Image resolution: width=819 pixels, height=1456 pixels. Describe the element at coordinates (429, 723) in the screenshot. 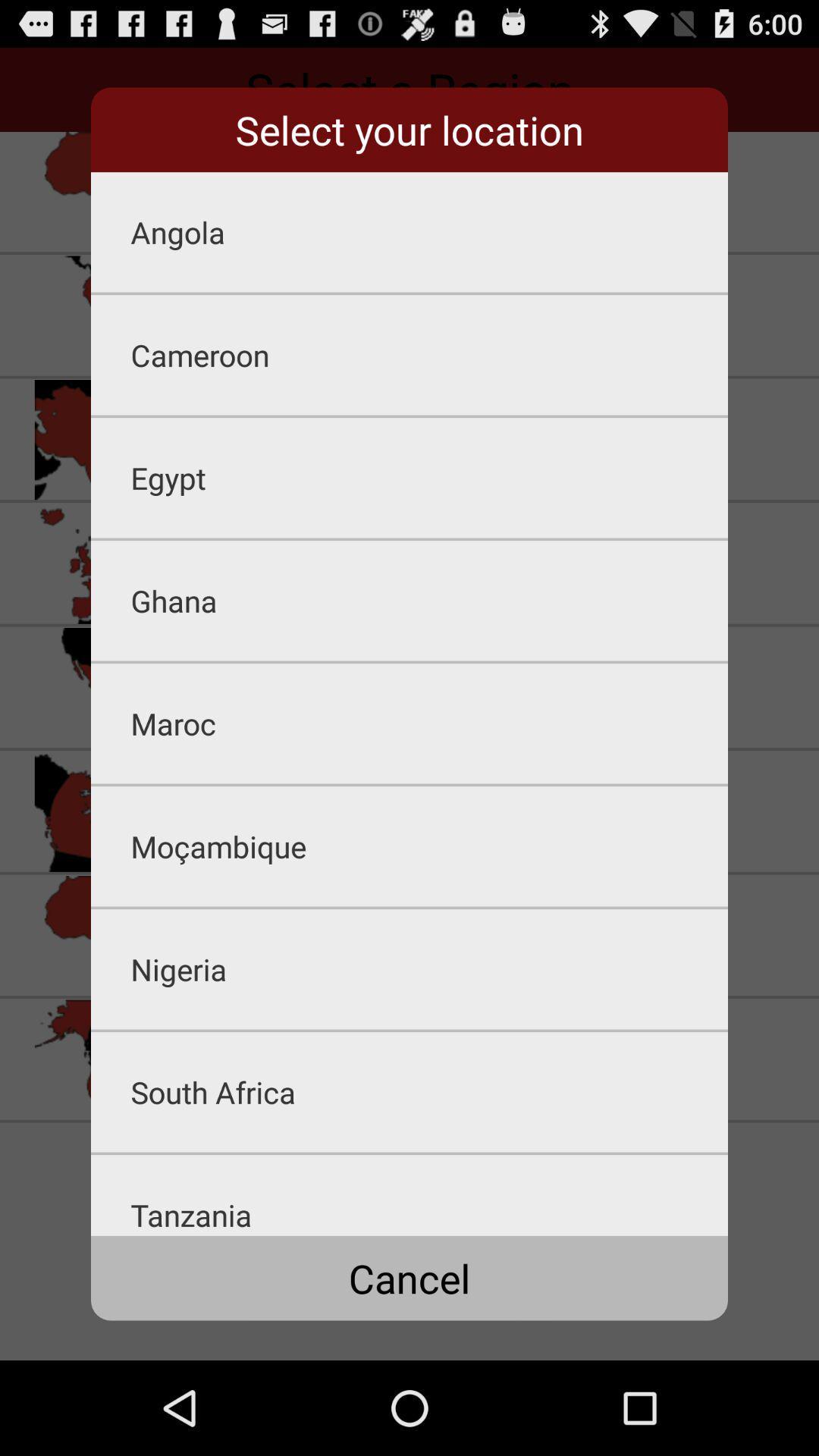

I see `the maroc app` at that location.